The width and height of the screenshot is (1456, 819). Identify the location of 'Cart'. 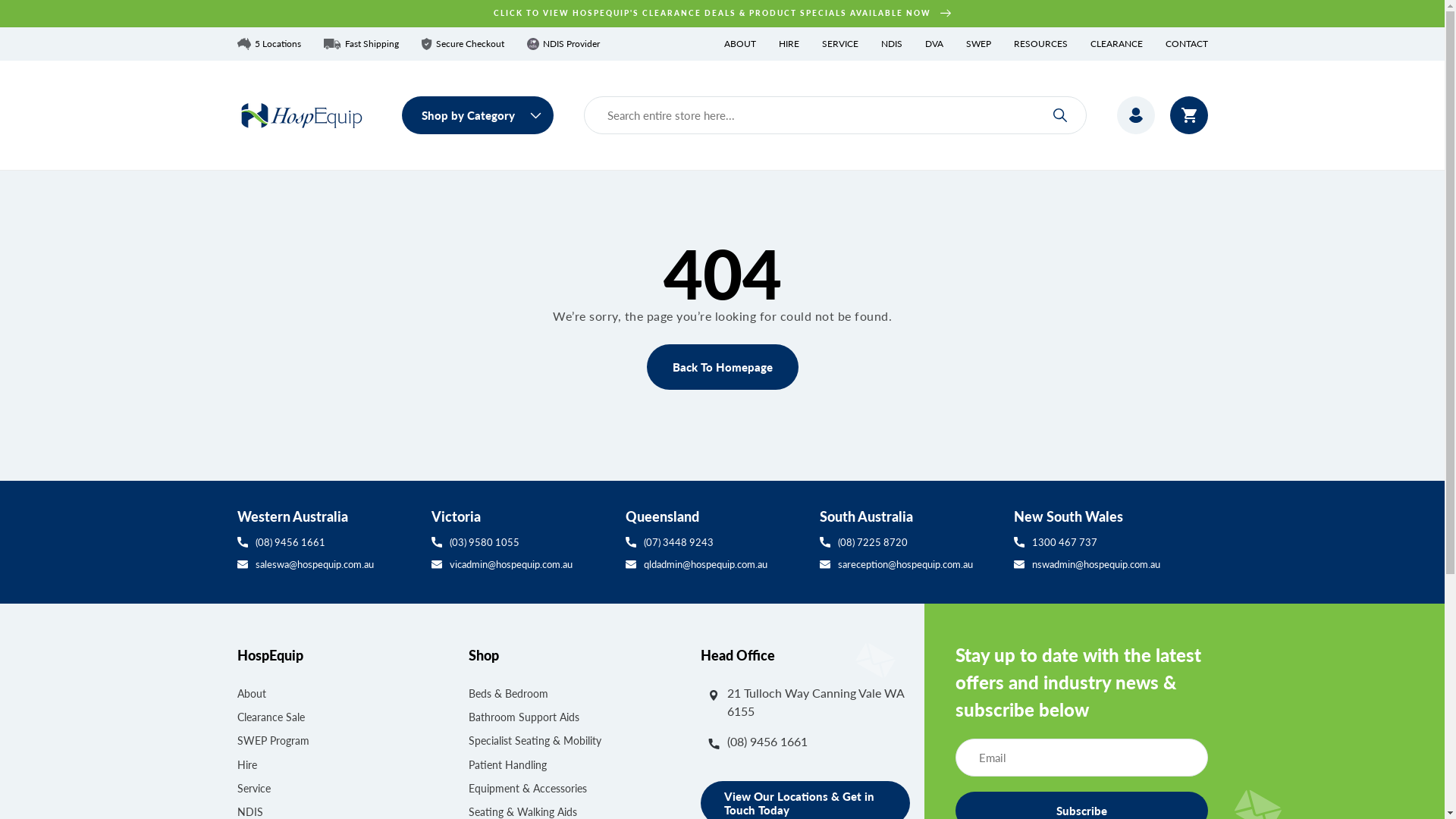
(1187, 114).